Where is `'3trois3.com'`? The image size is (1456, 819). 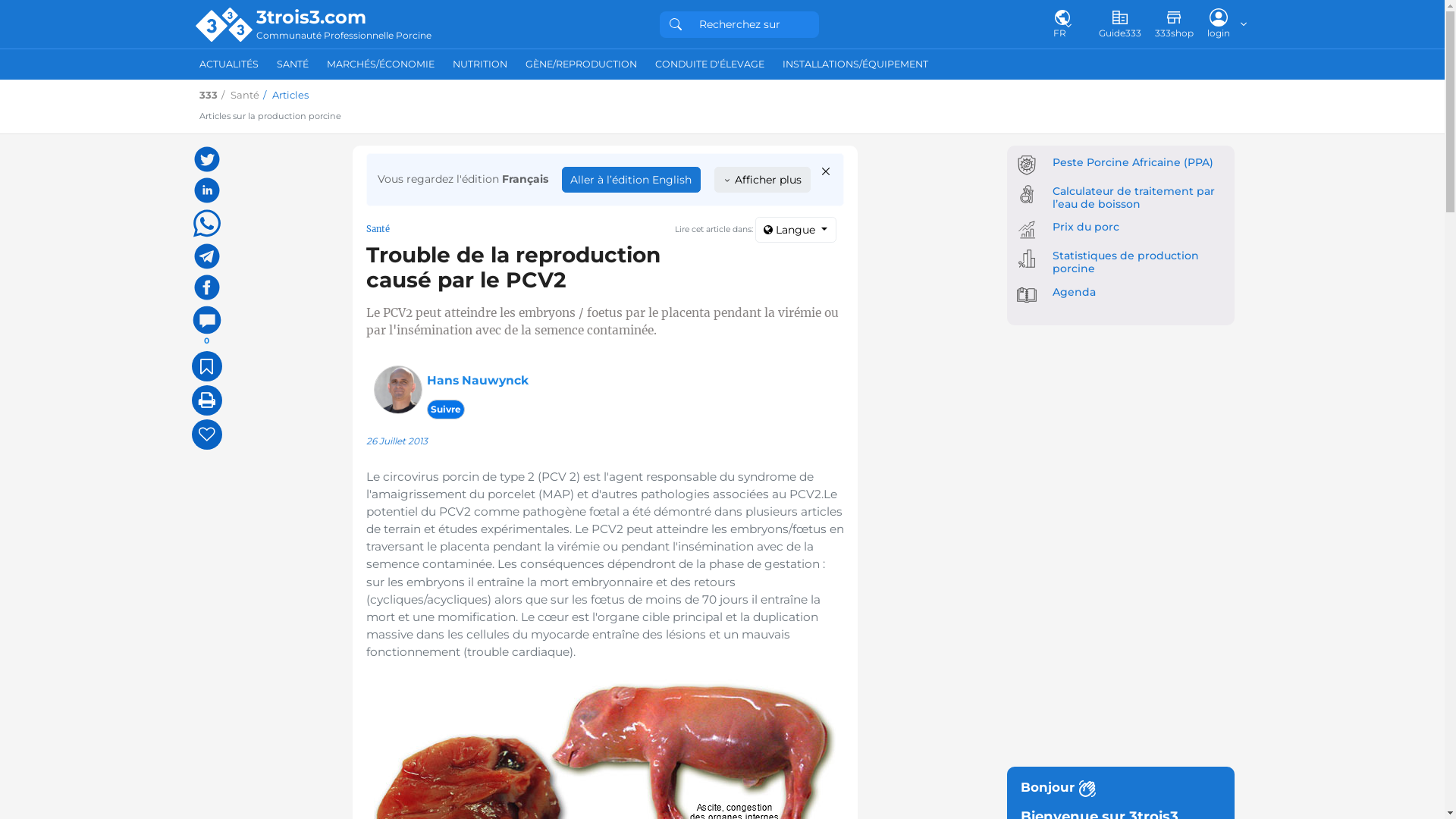
'3trois3.com' is located at coordinates (343, 17).